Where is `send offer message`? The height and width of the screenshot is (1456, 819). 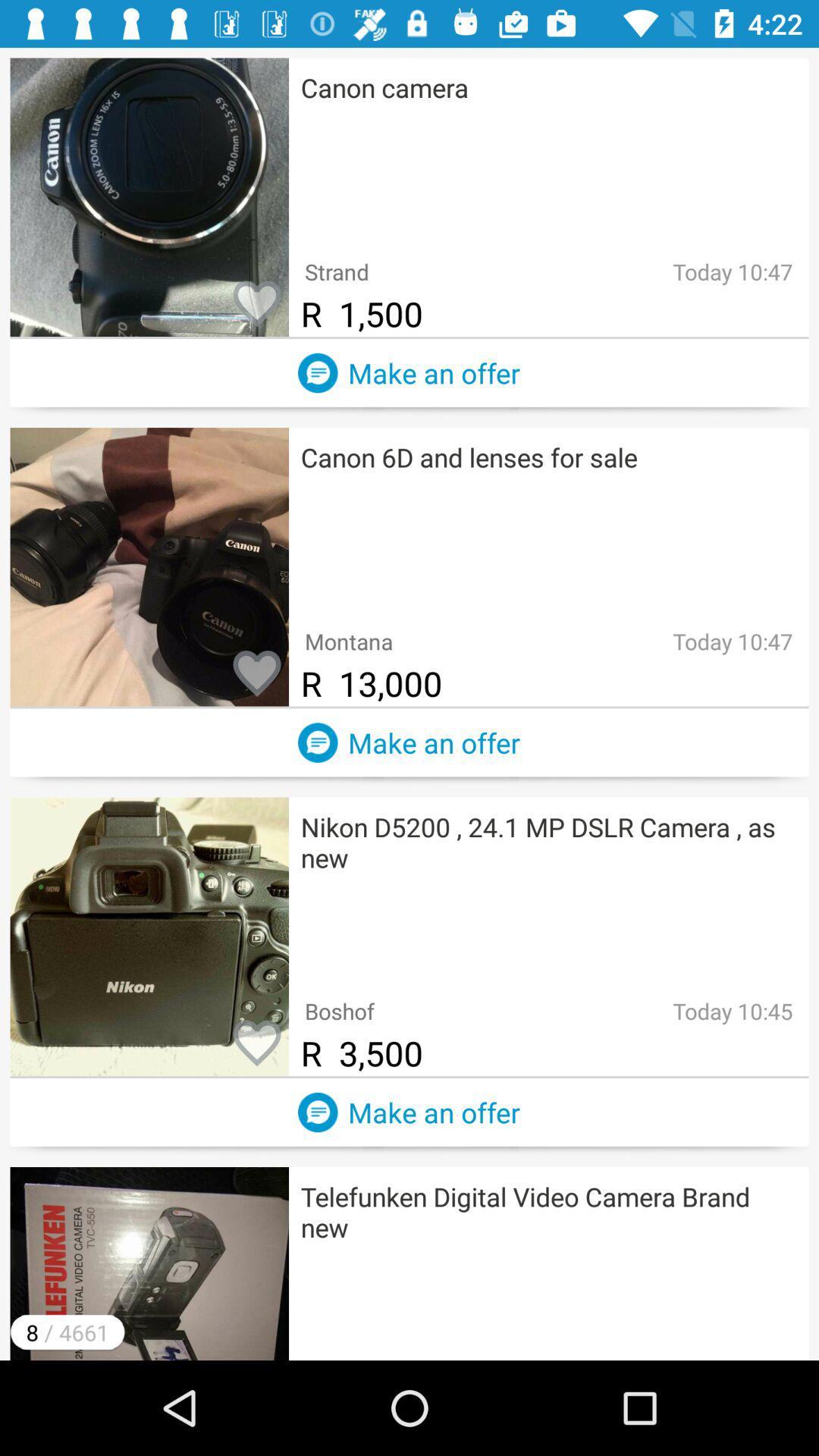 send offer message is located at coordinates (317, 742).